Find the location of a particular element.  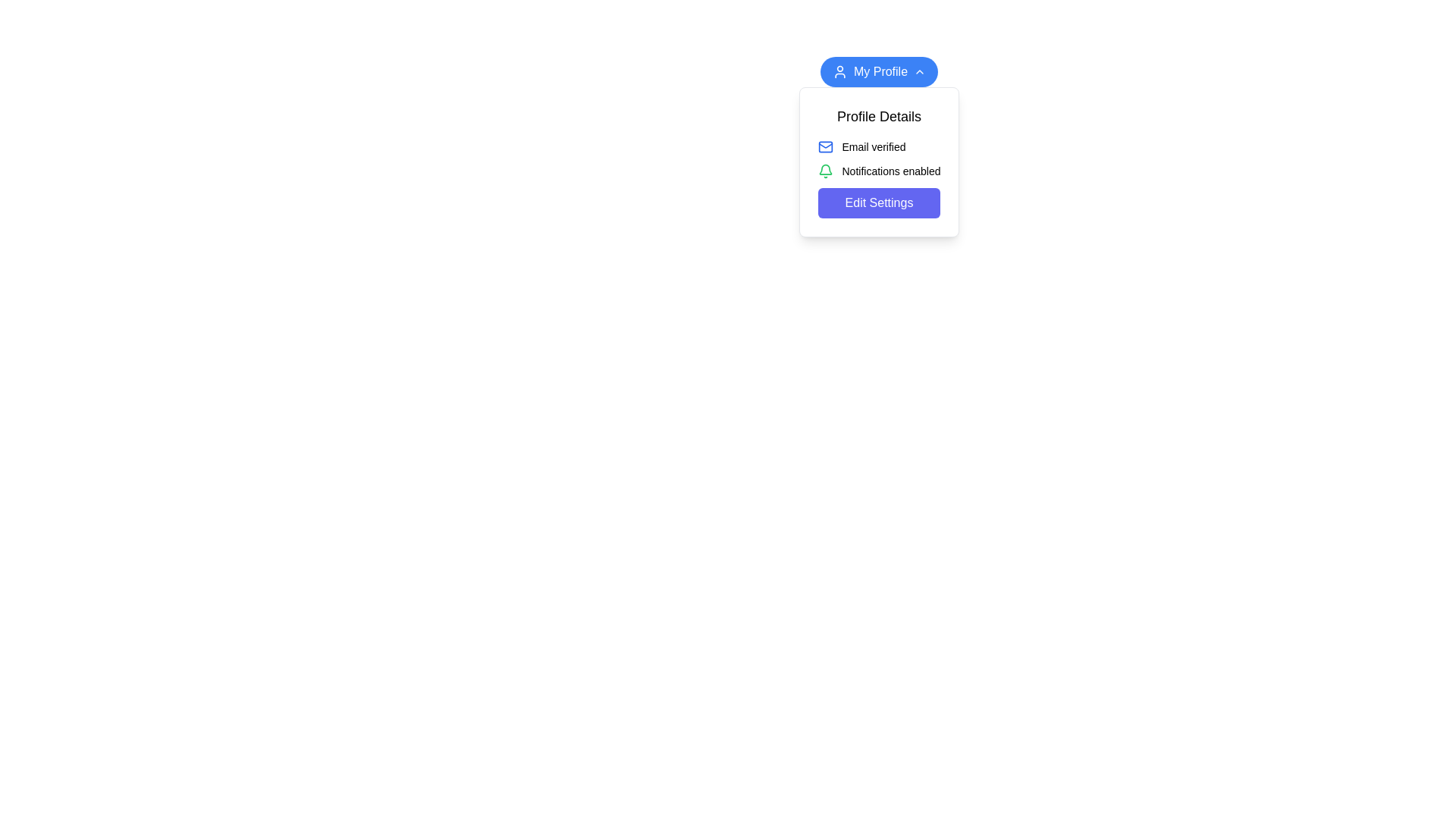

the envelope icon with a blue outline next to the 'Email verified' text in the 'Profile Details' popup is located at coordinates (824, 146).